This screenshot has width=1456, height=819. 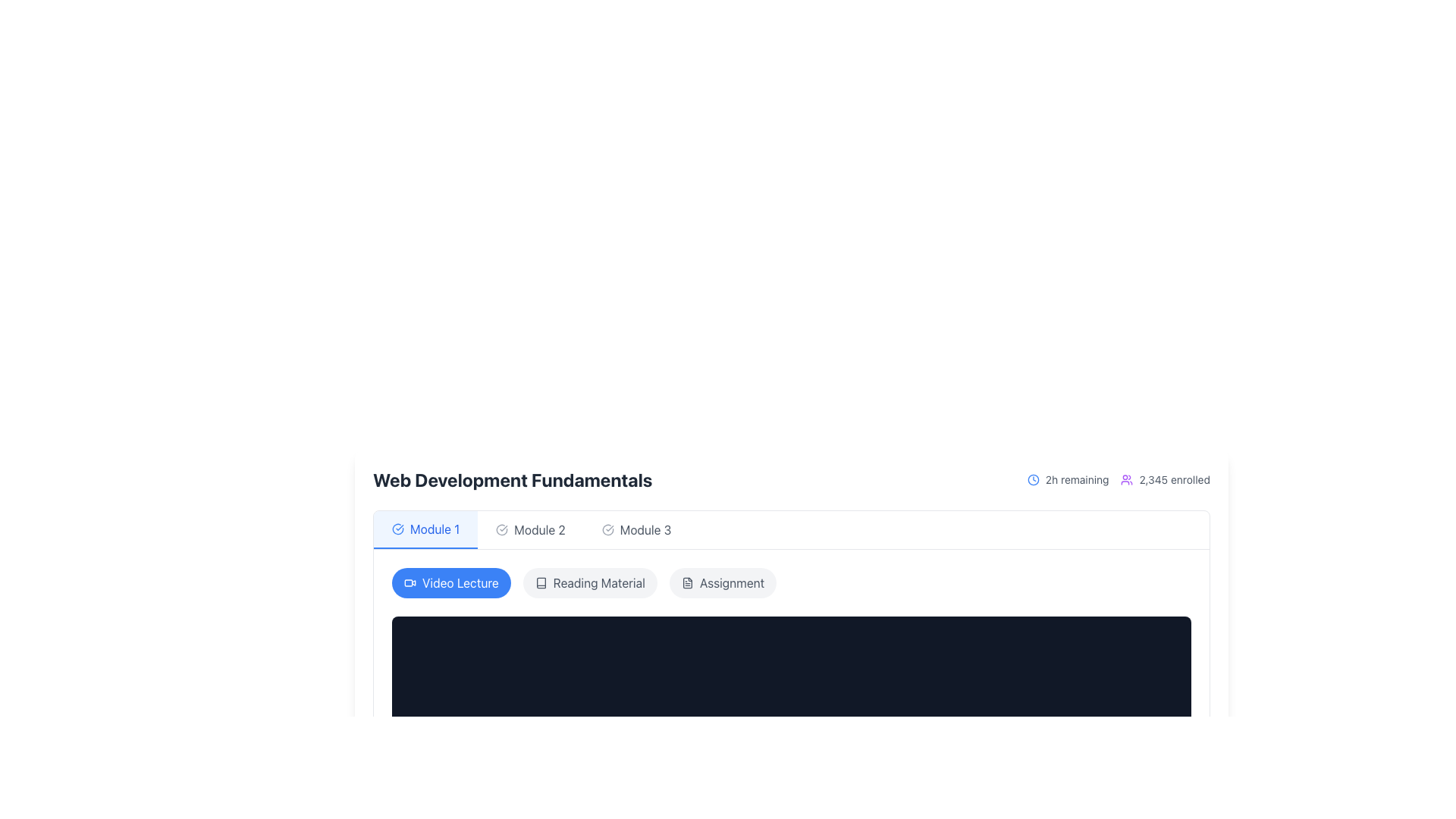 What do you see at coordinates (425, 529) in the screenshot?
I see `the navigation tab labeled 'Module 1' with a blue background and bold text` at bounding box center [425, 529].